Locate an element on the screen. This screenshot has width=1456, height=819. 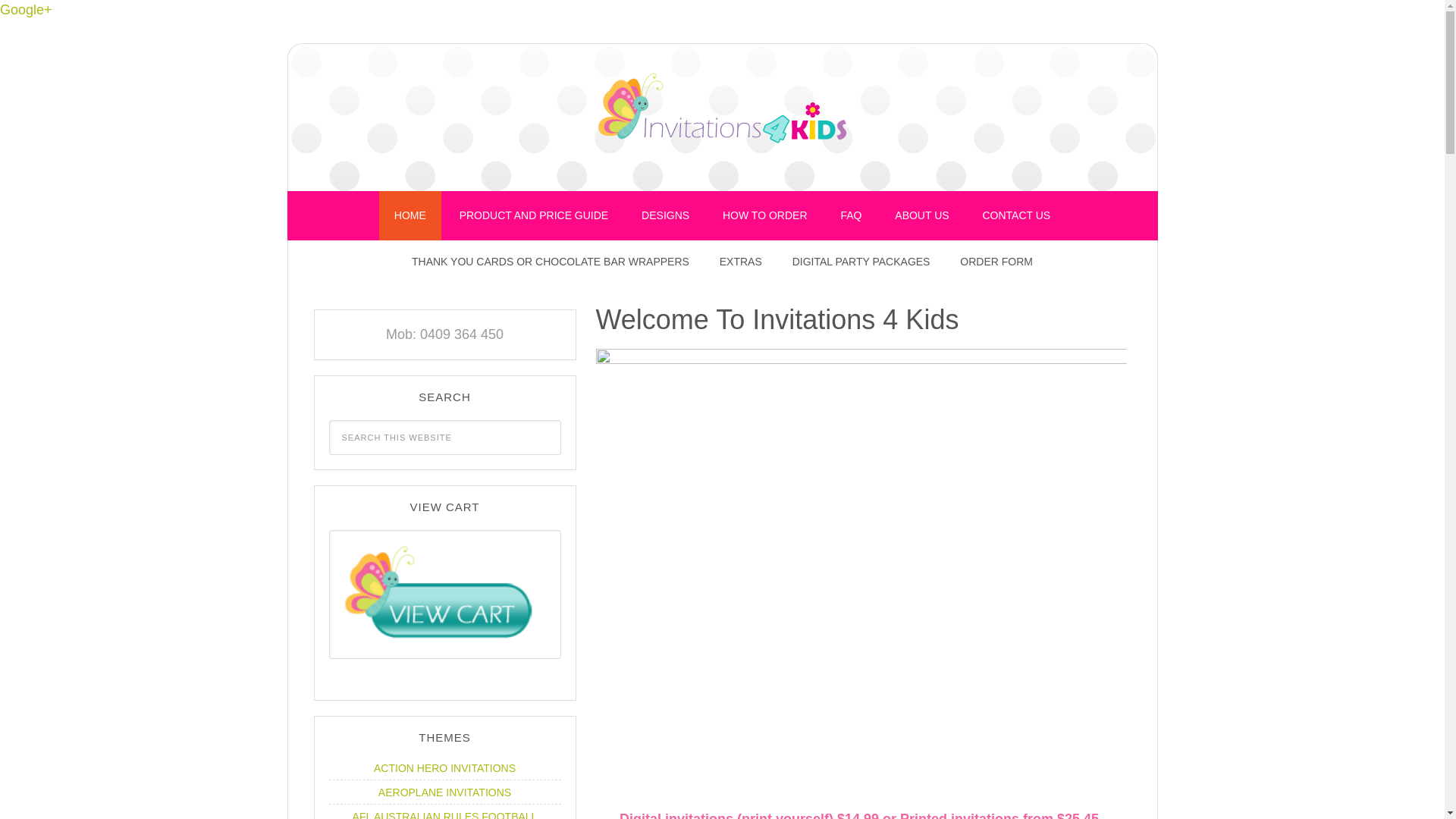
'Google+' is located at coordinates (26, 9).